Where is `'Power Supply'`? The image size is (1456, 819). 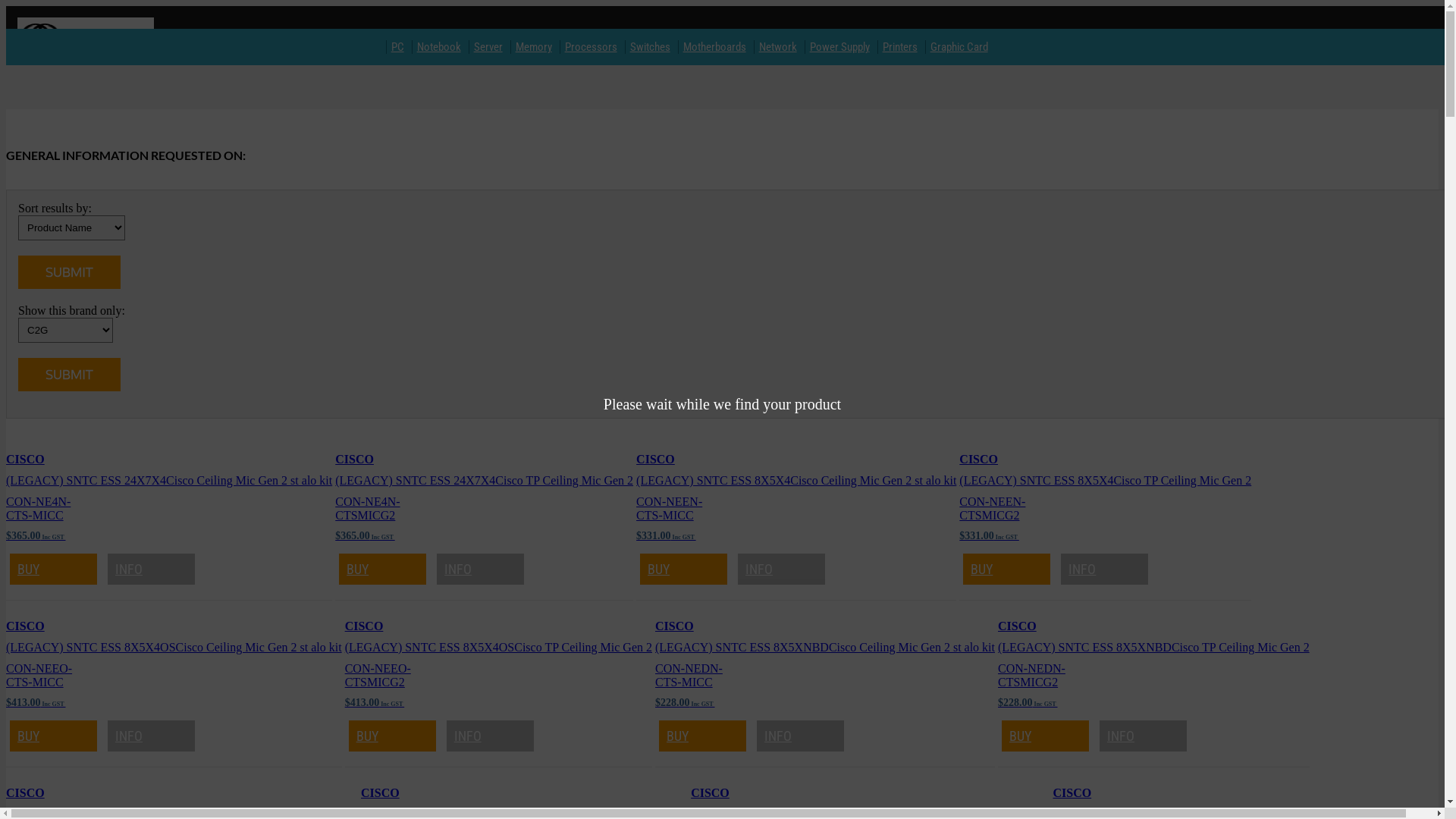
'Power Supply' is located at coordinates (804, 45).